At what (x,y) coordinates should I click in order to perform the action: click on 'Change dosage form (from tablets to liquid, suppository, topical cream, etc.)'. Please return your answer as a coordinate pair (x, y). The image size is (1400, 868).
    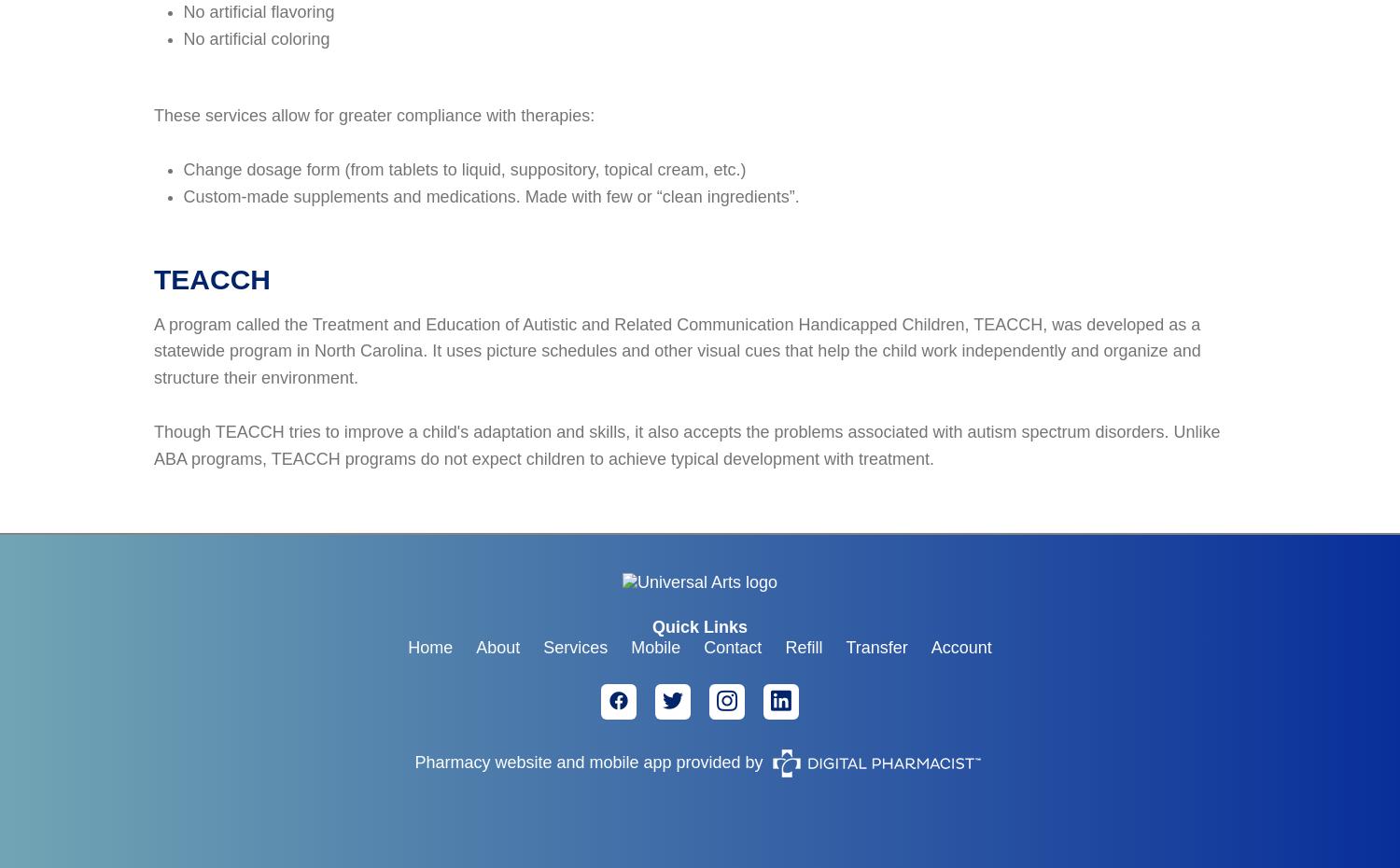
    Looking at the image, I should click on (463, 169).